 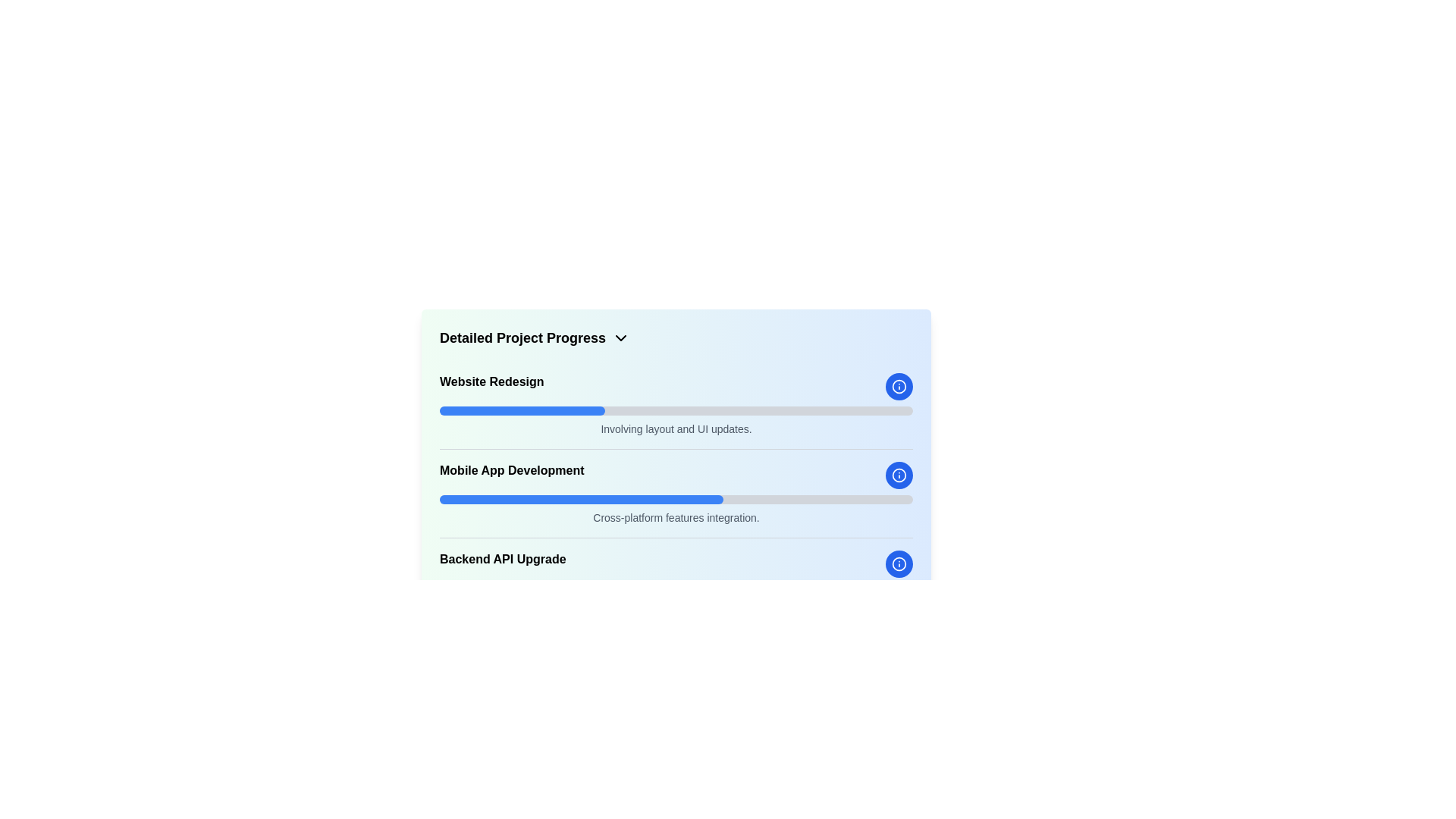 What do you see at coordinates (899, 385) in the screenshot?
I see `the circular information icon button with a blue background and a white information symbol, located on the right side of the 'Website Redesign' row` at bounding box center [899, 385].